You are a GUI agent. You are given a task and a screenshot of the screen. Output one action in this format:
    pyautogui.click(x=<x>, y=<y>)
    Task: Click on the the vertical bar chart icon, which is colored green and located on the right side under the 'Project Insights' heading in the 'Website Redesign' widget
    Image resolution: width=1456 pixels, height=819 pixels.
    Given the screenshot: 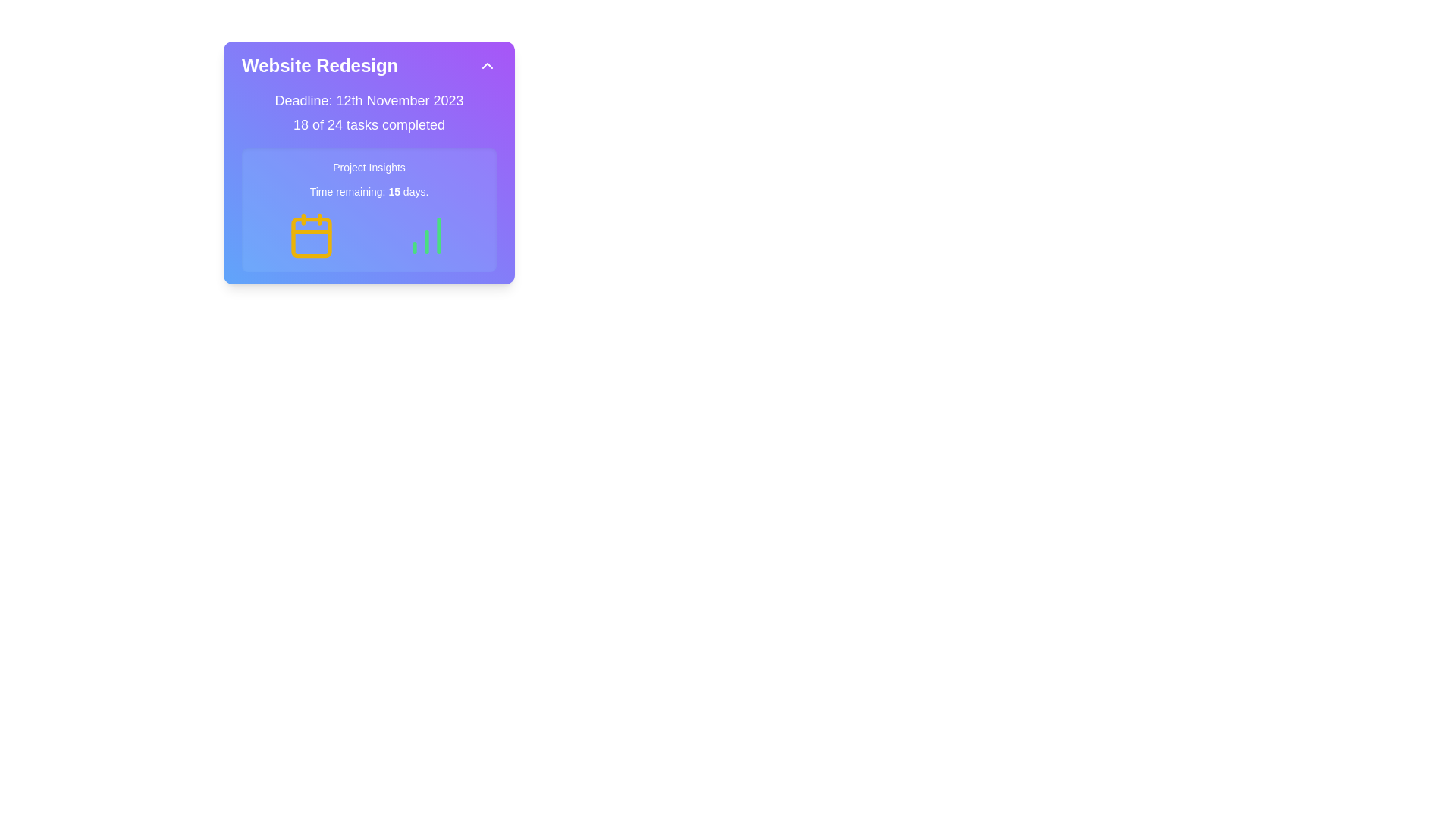 What is the action you would take?
    pyautogui.click(x=425, y=236)
    